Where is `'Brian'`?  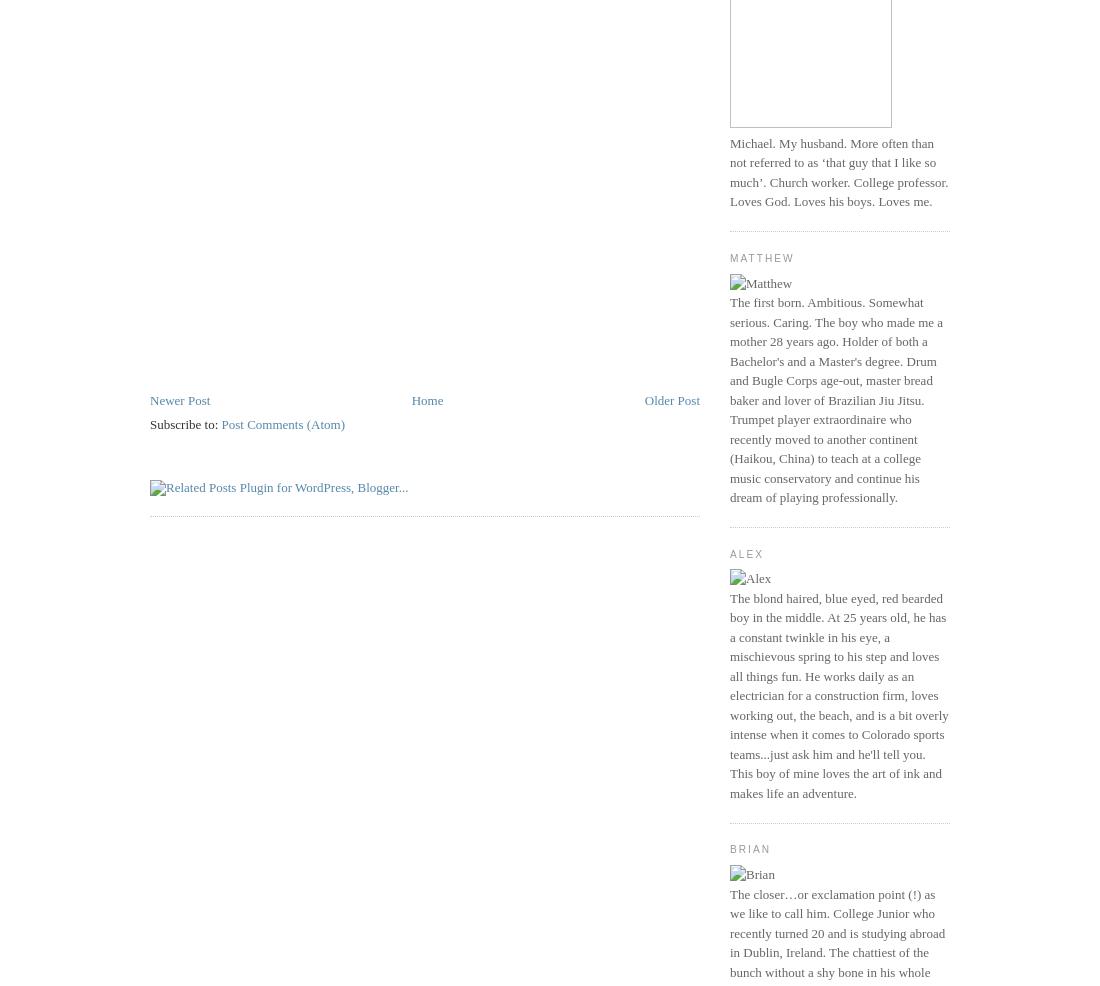
'Brian' is located at coordinates (728, 848).